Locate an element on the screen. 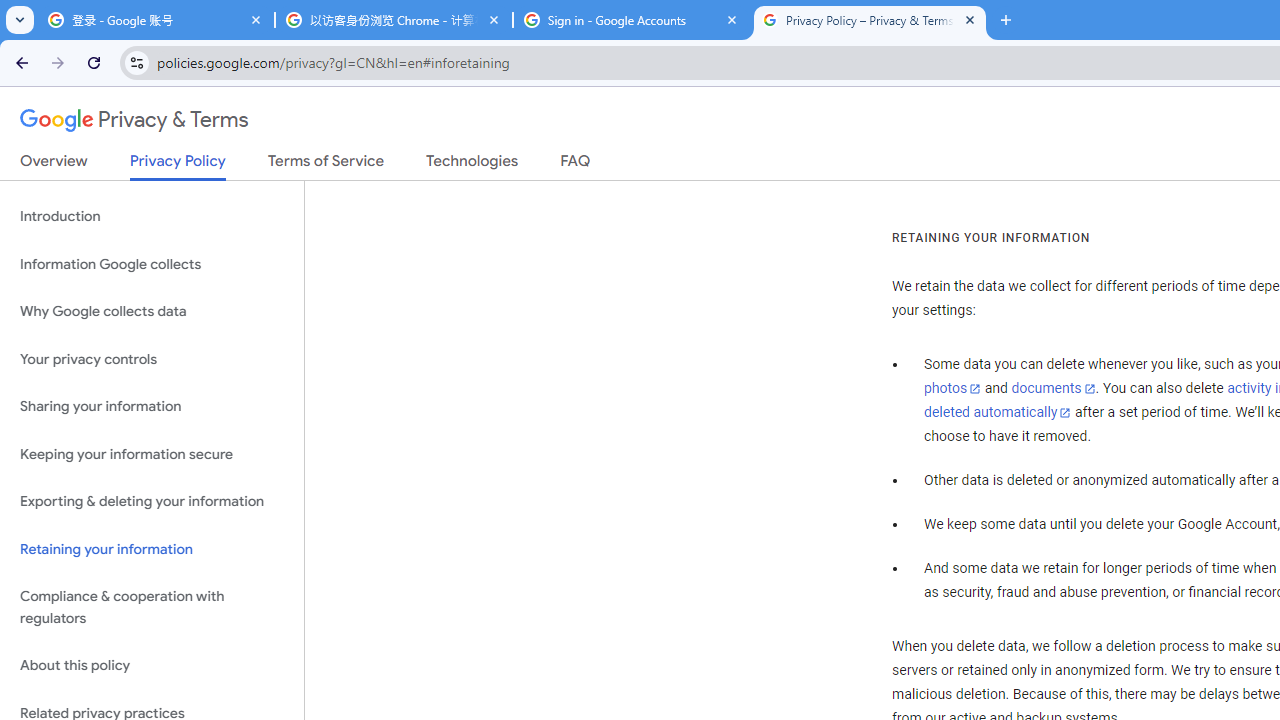 The width and height of the screenshot is (1280, 720). 'Privacy & Terms' is located at coordinates (134, 120).